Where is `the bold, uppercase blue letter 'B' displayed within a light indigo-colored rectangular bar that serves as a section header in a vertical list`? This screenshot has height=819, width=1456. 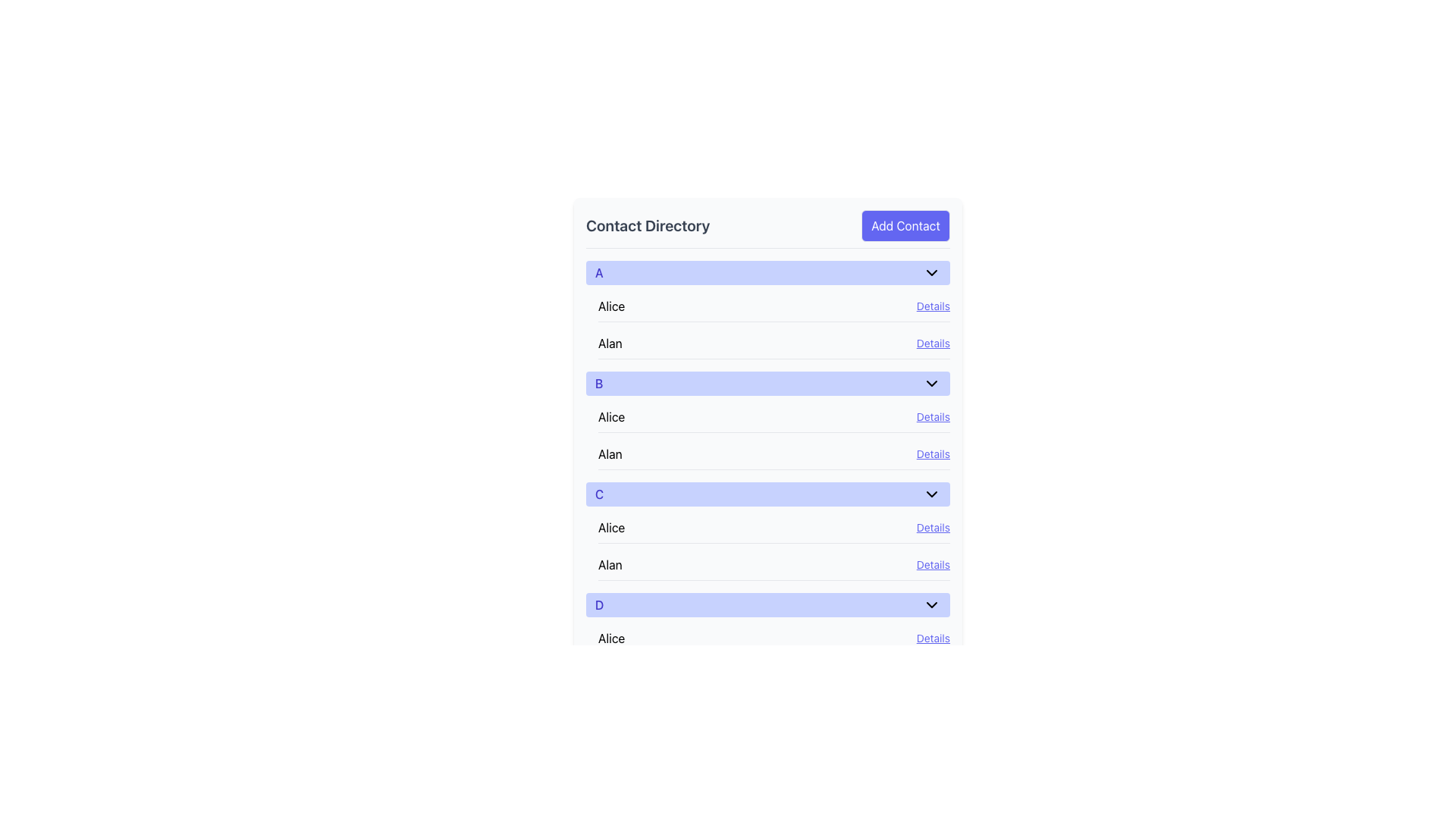 the bold, uppercase blue letter 'B' displayed within a light indigo-colored rectangular bar that serves as a section header in a vertical list is located at coordinates (598, 382).